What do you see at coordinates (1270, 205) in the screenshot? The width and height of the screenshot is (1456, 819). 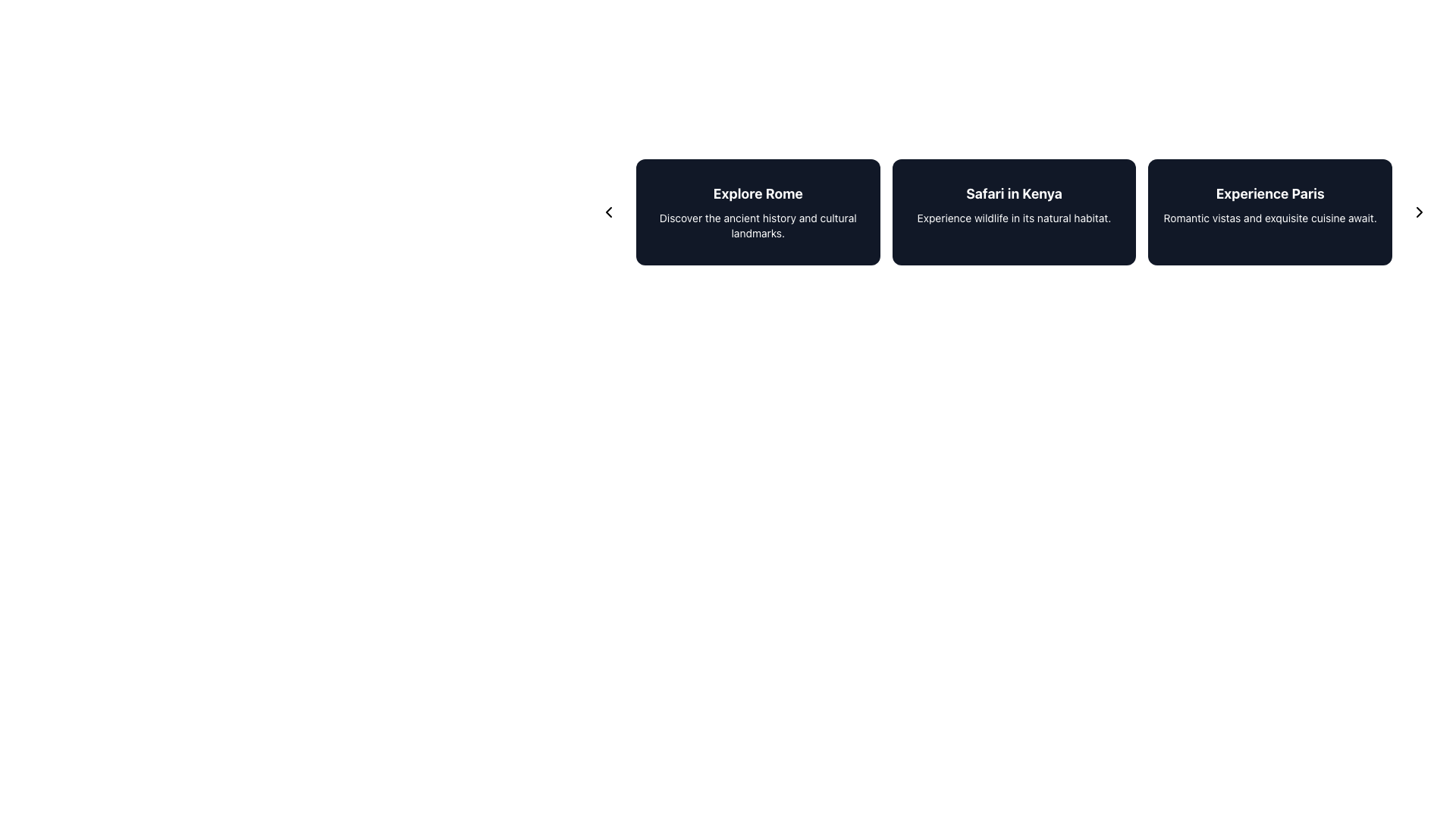 I see `descriptive text block about Paris located in the rightmost card of the interactive card layout, positioned next to the 'Safari in Kenya' card` at bounding box center [1270, 205].